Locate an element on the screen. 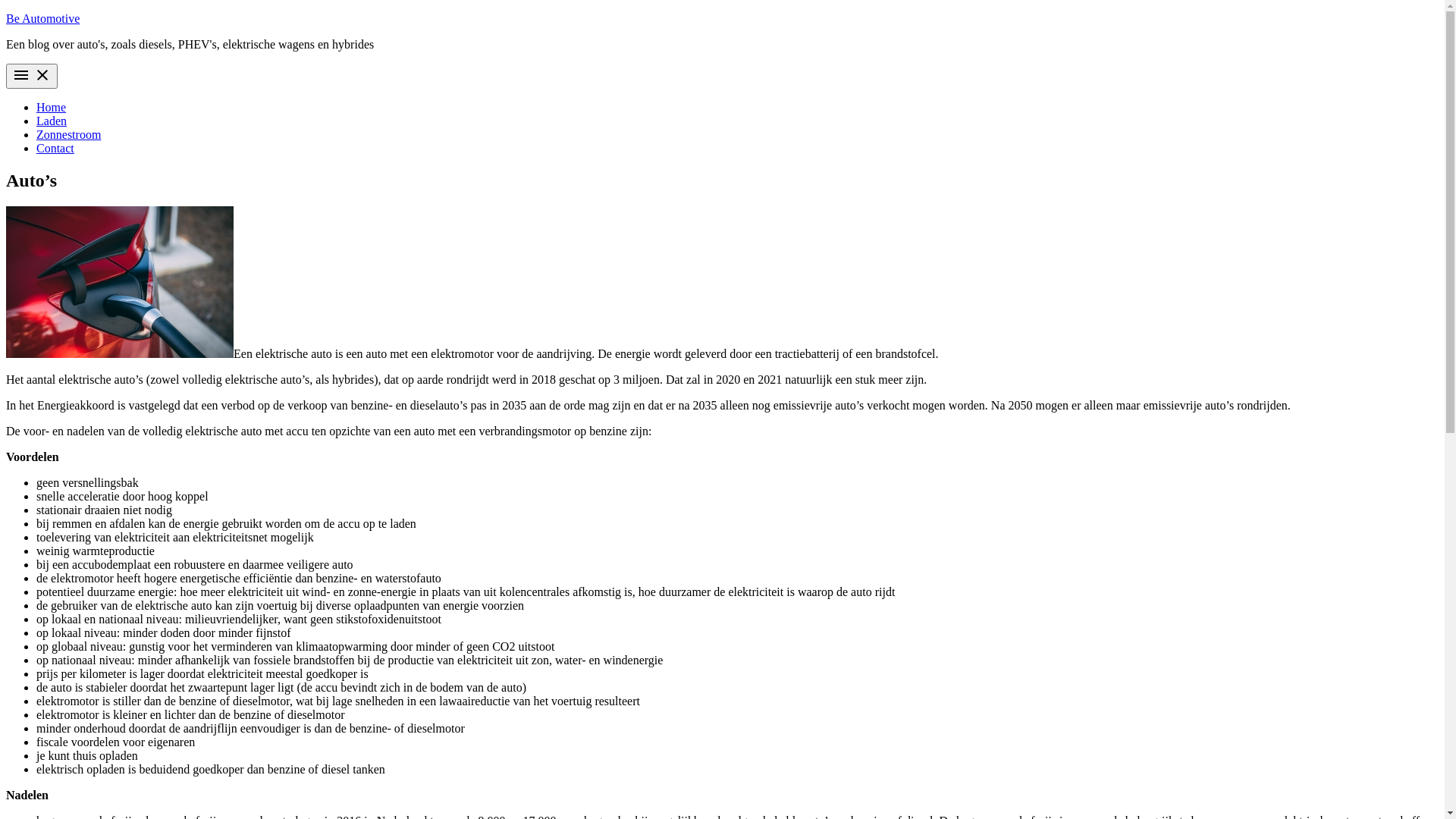 The width and height of the screenshot is (1456, 819). 'Skip to content' is located at coordinates (5, 11).